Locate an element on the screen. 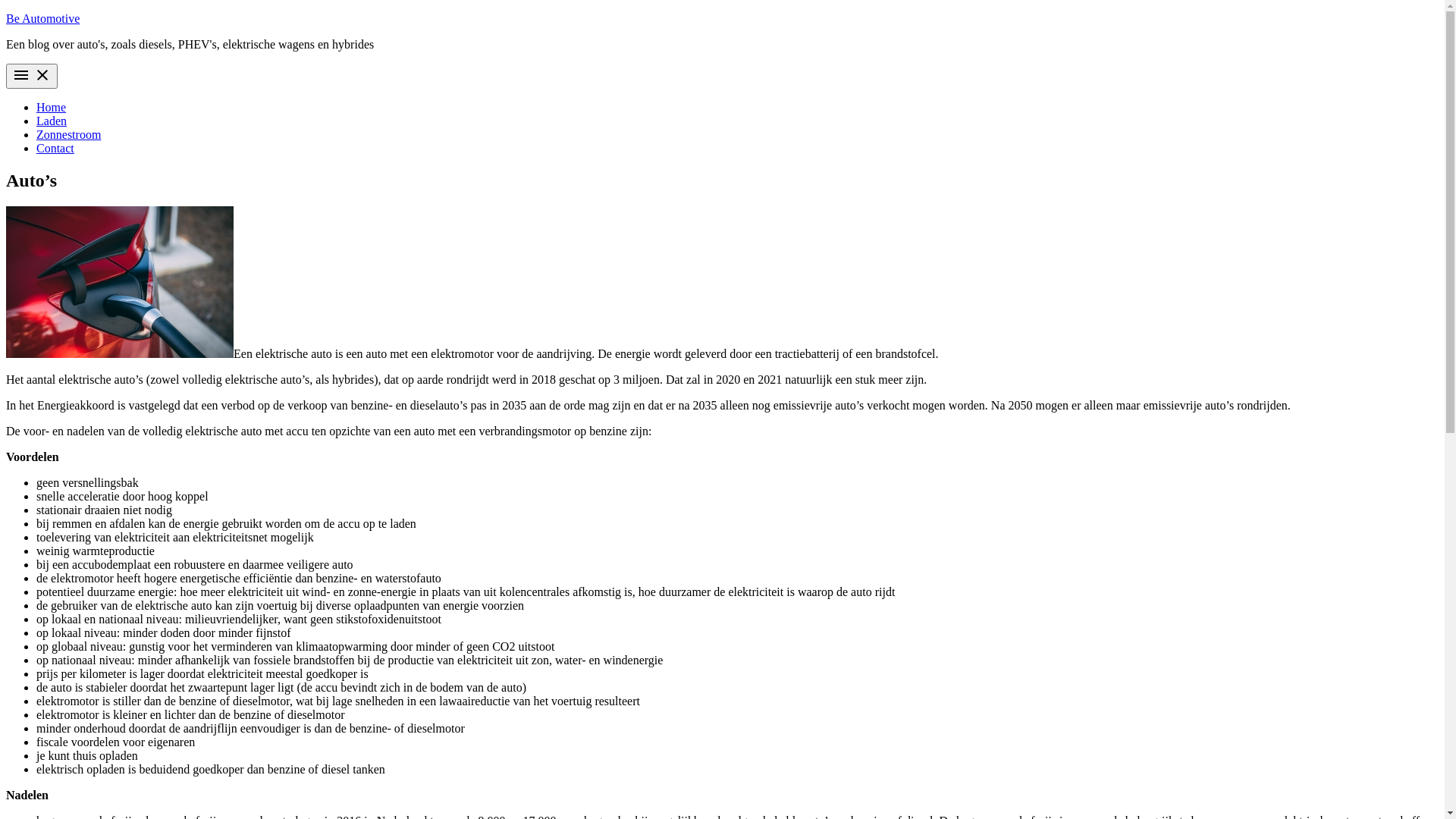 The width and height of the screenshot is (1456, 819). 'Skip to content' is located at coordinates (5, 11).